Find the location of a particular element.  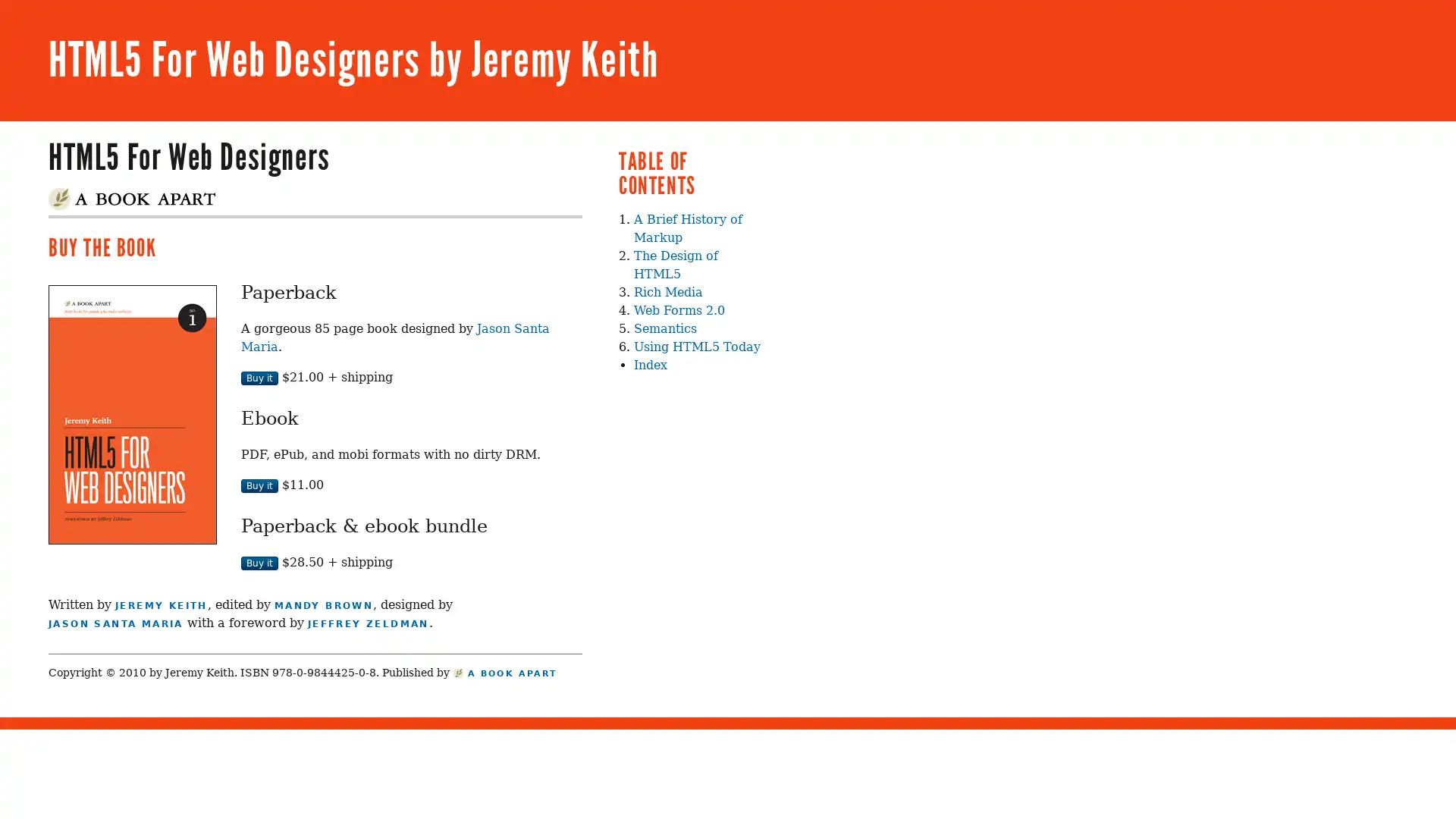

$28.50 + shipping is located at coordinates (259, 563).